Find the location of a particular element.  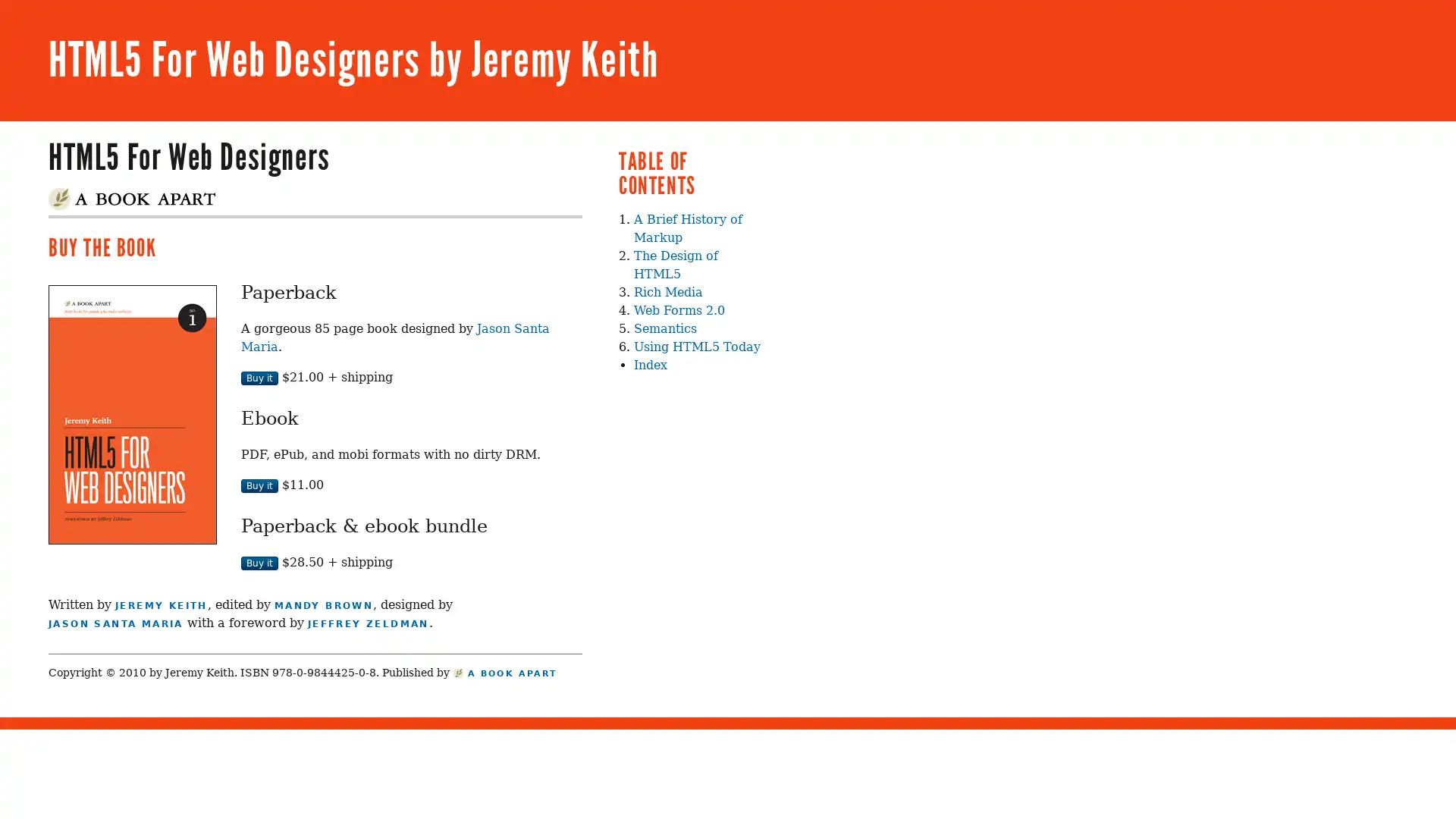

$28.50 + shipping is located at coordinates (259, 563).